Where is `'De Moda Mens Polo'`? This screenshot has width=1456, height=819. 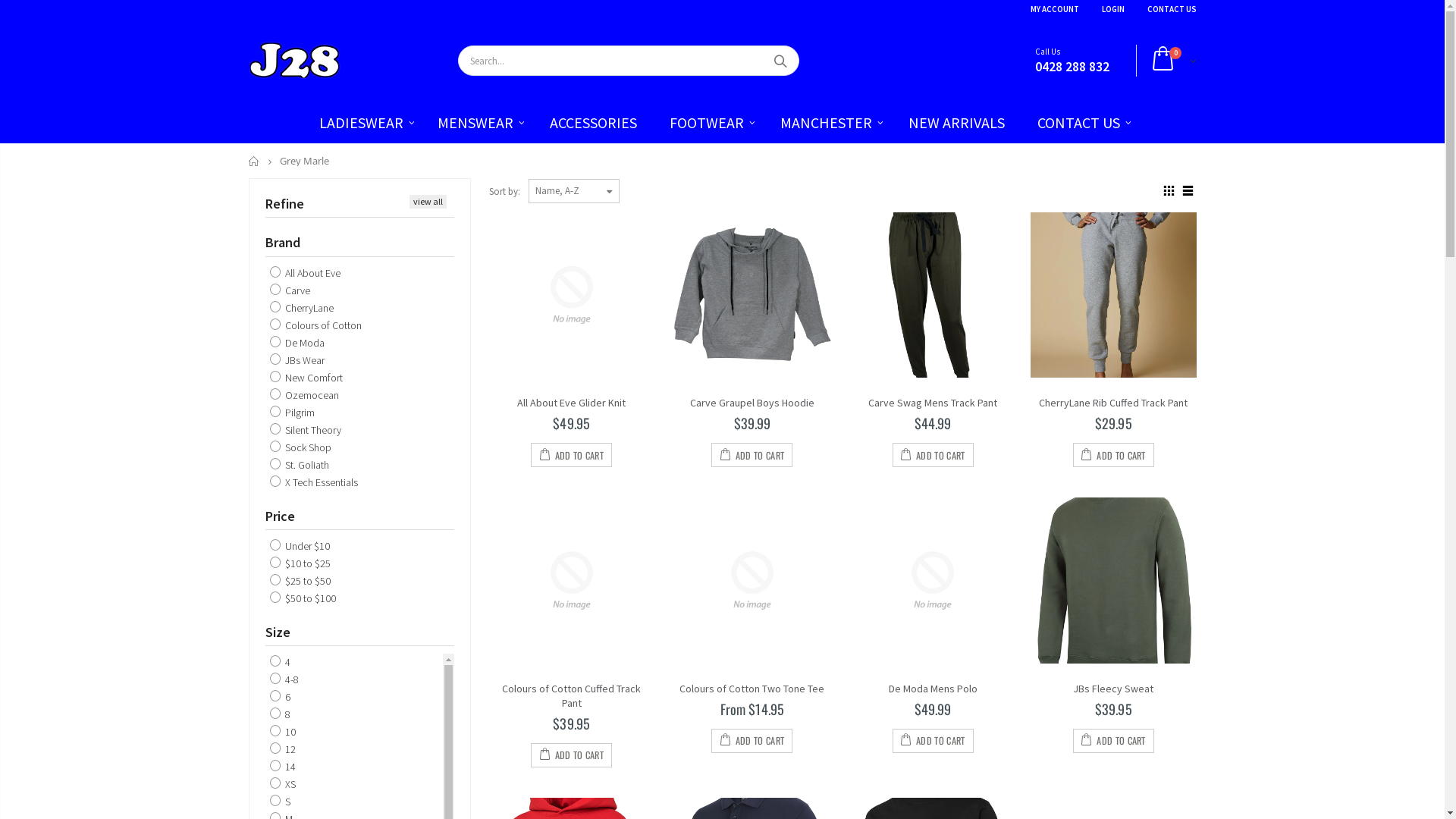 'De Moda Mens Polo' is located at coordinates (932, 688).